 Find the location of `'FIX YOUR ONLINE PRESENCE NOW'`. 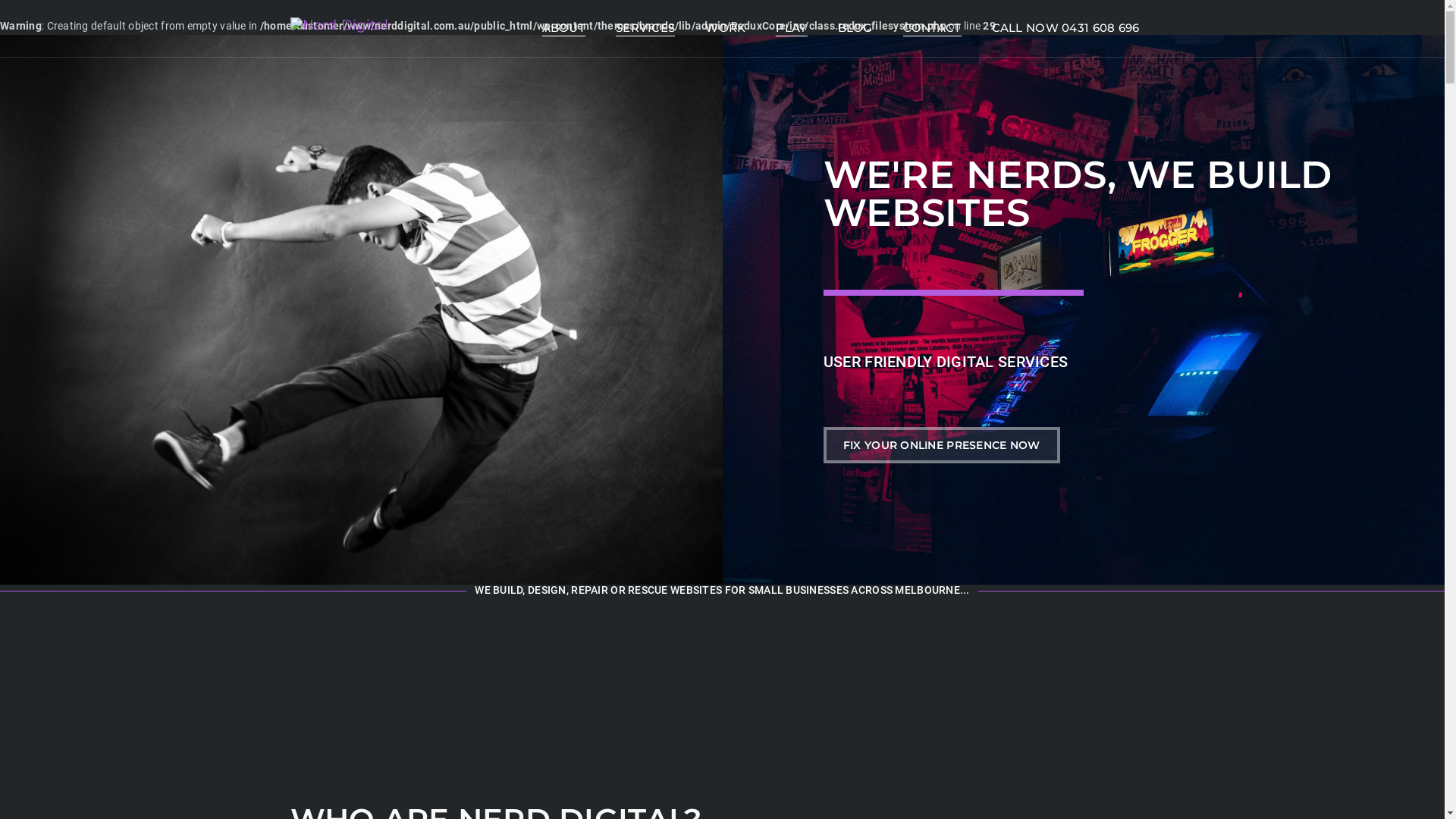

'FIX YOUR ONLINE PRESENCE NOW' is located at coordinates (941, 444).